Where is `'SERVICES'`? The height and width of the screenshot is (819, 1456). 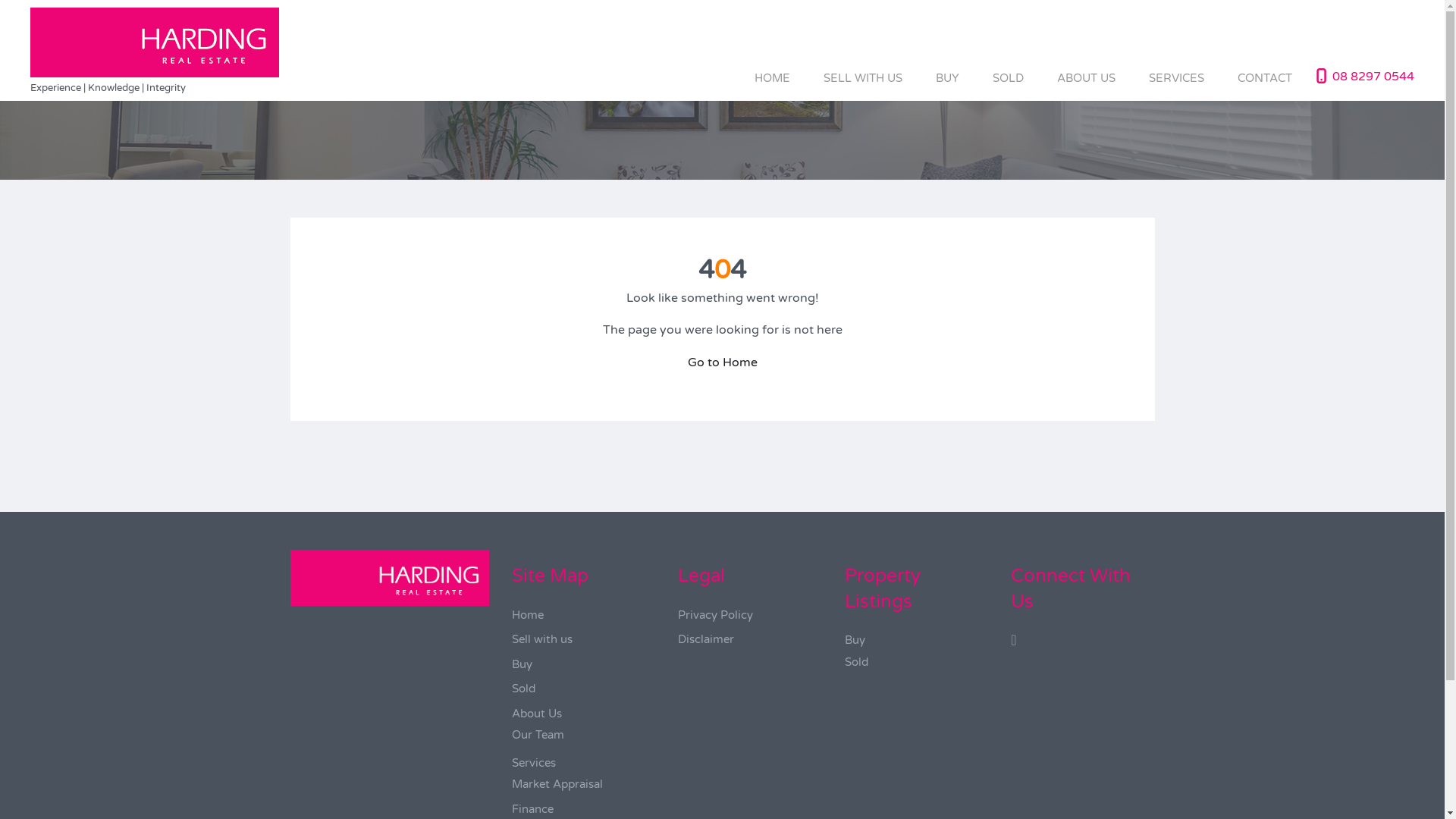
'SERVICES' is located at coordinates (1131, 77).